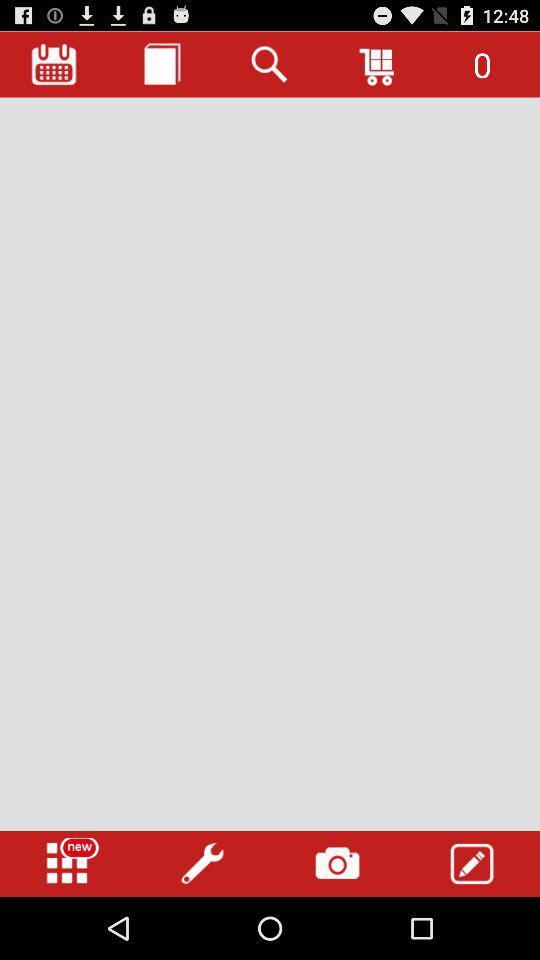 The image size is (540, 960). I want to click on the camera, so click(337, 863).